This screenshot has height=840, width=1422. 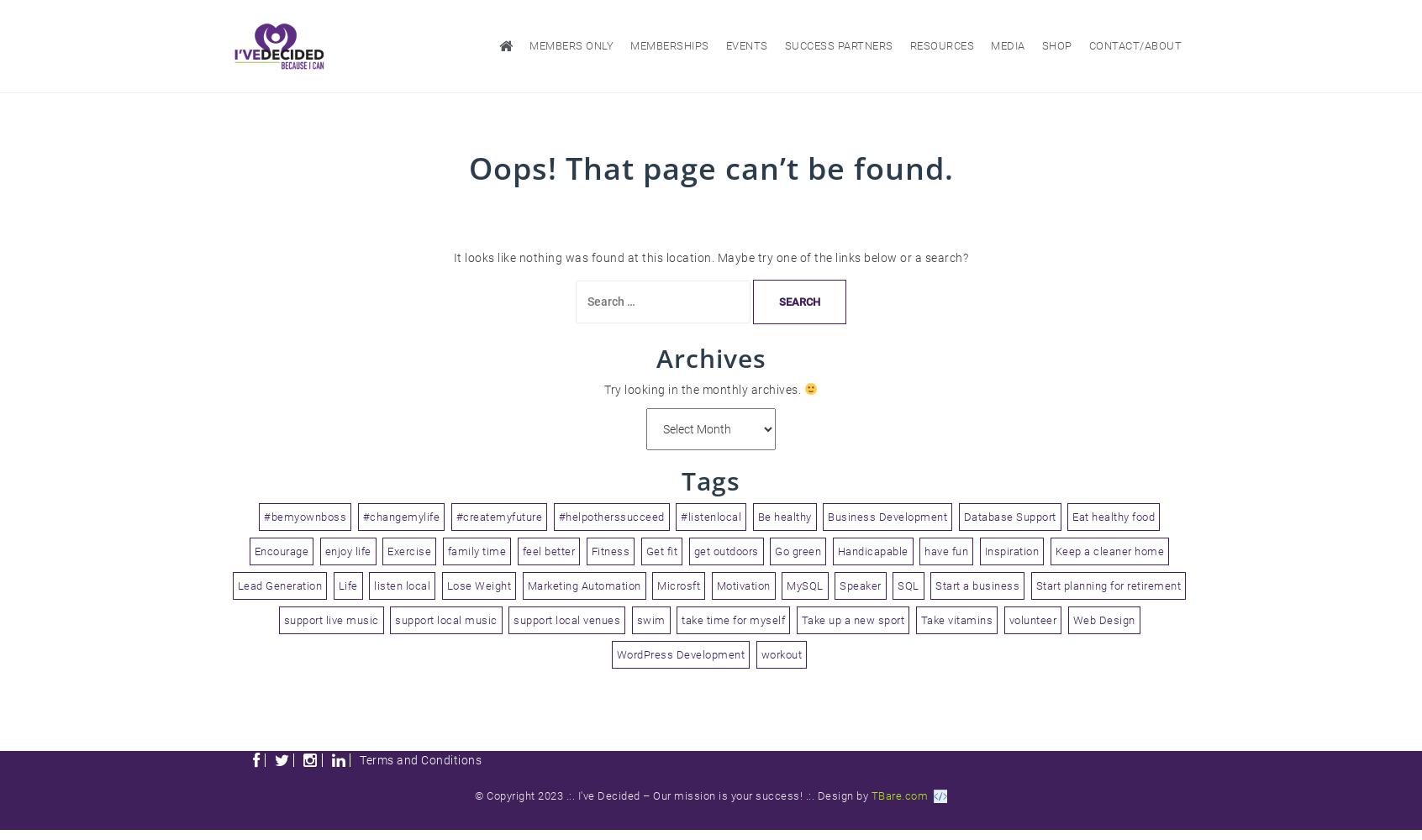 What do you see at coordinates (946, 550) in the screenshot?
I see `'have fun'` at bounding box center [946, 550].